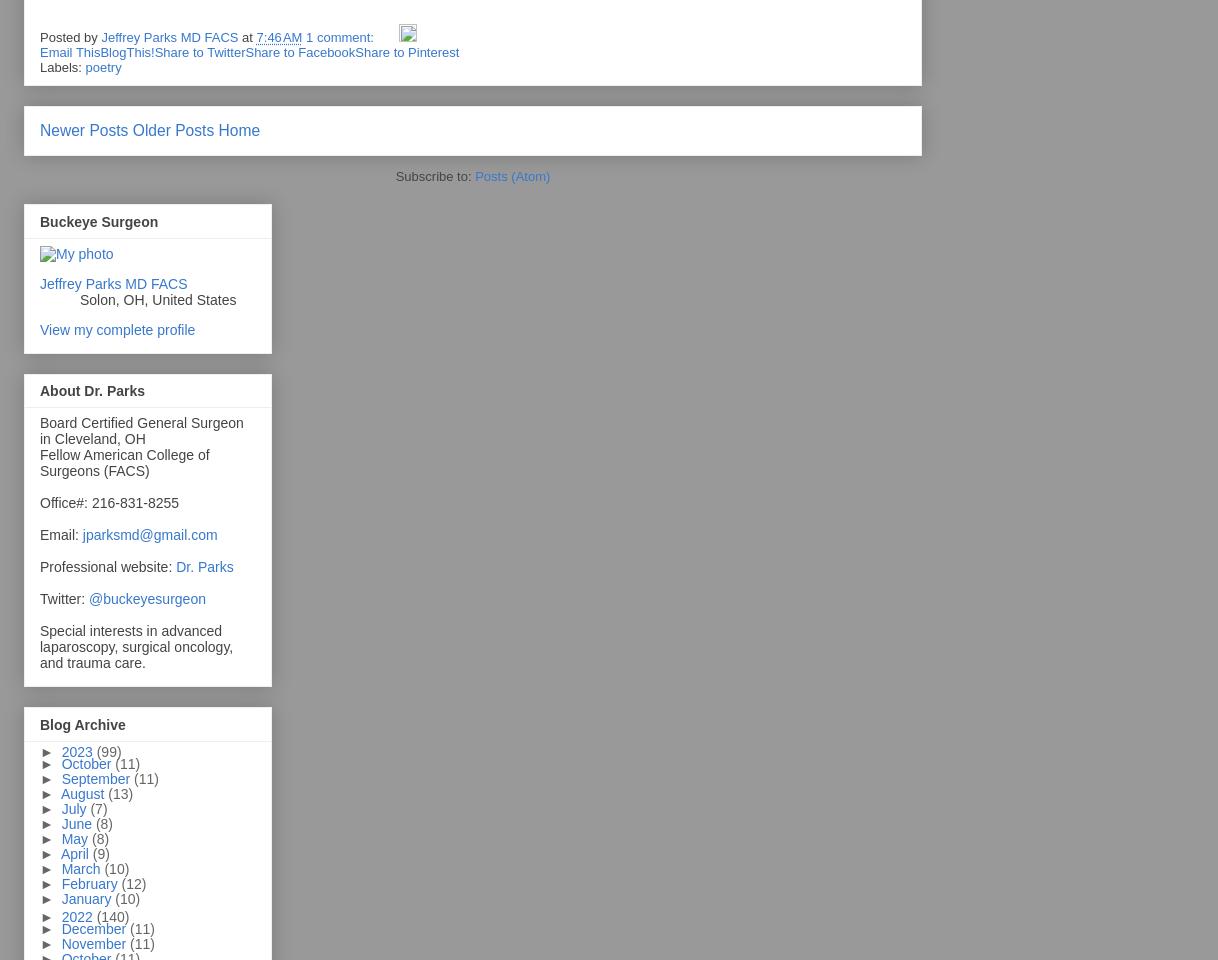 This screenshot has width=1218, height=960. I want to click on 'Share to Twitter', so click(152, 51).